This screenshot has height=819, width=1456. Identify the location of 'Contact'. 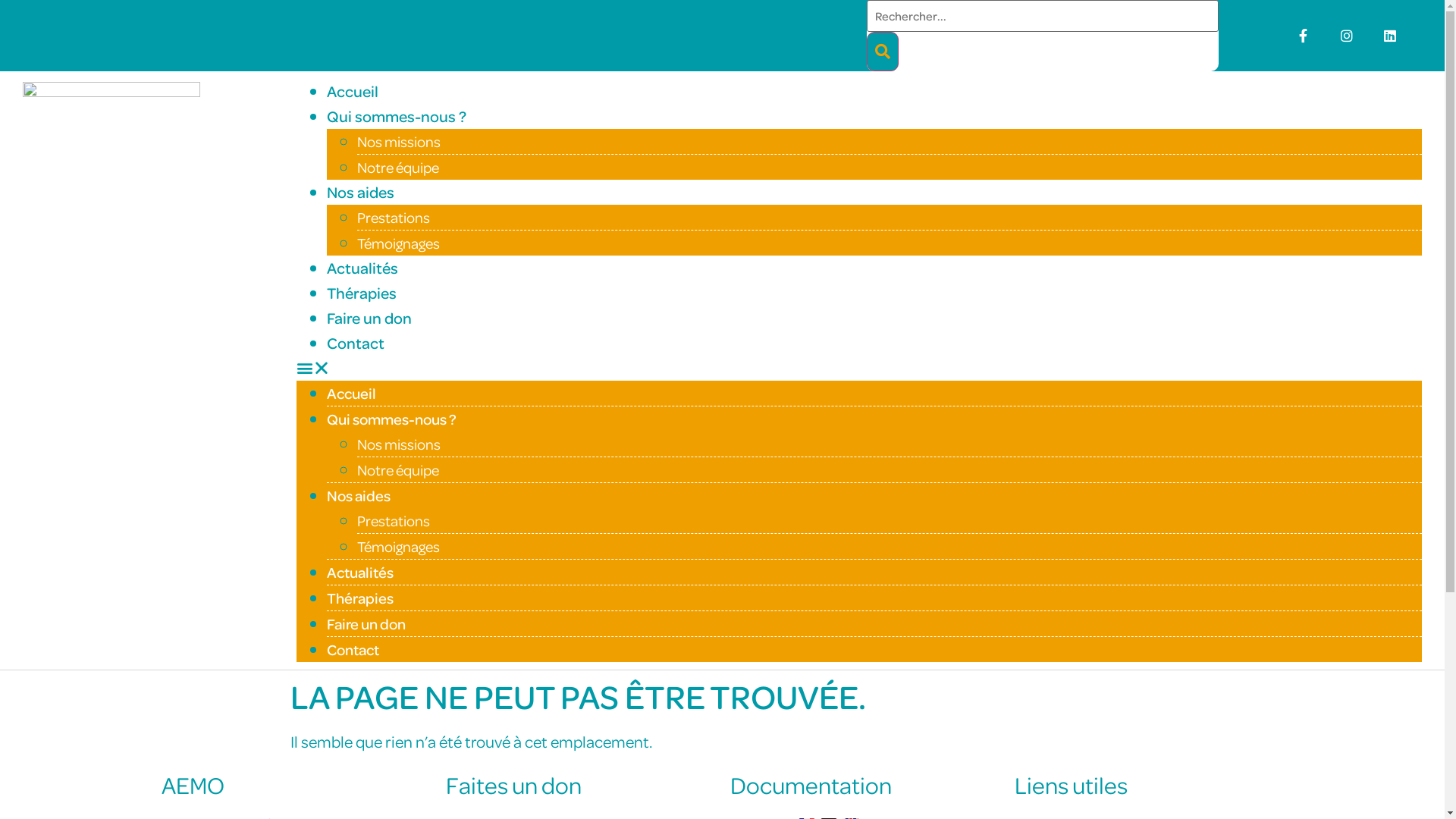
(326, 343).